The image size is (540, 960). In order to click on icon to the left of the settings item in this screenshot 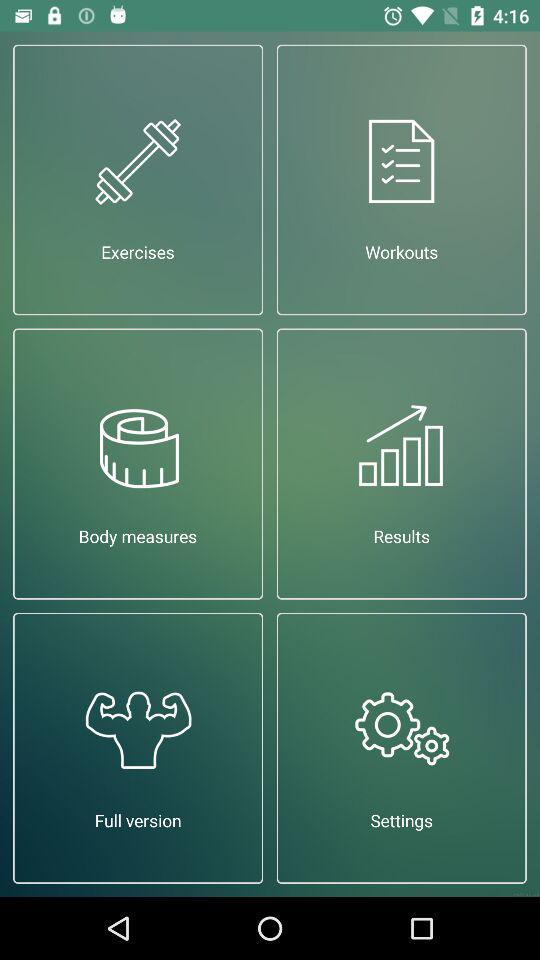, I will do `click(137, 747)`.